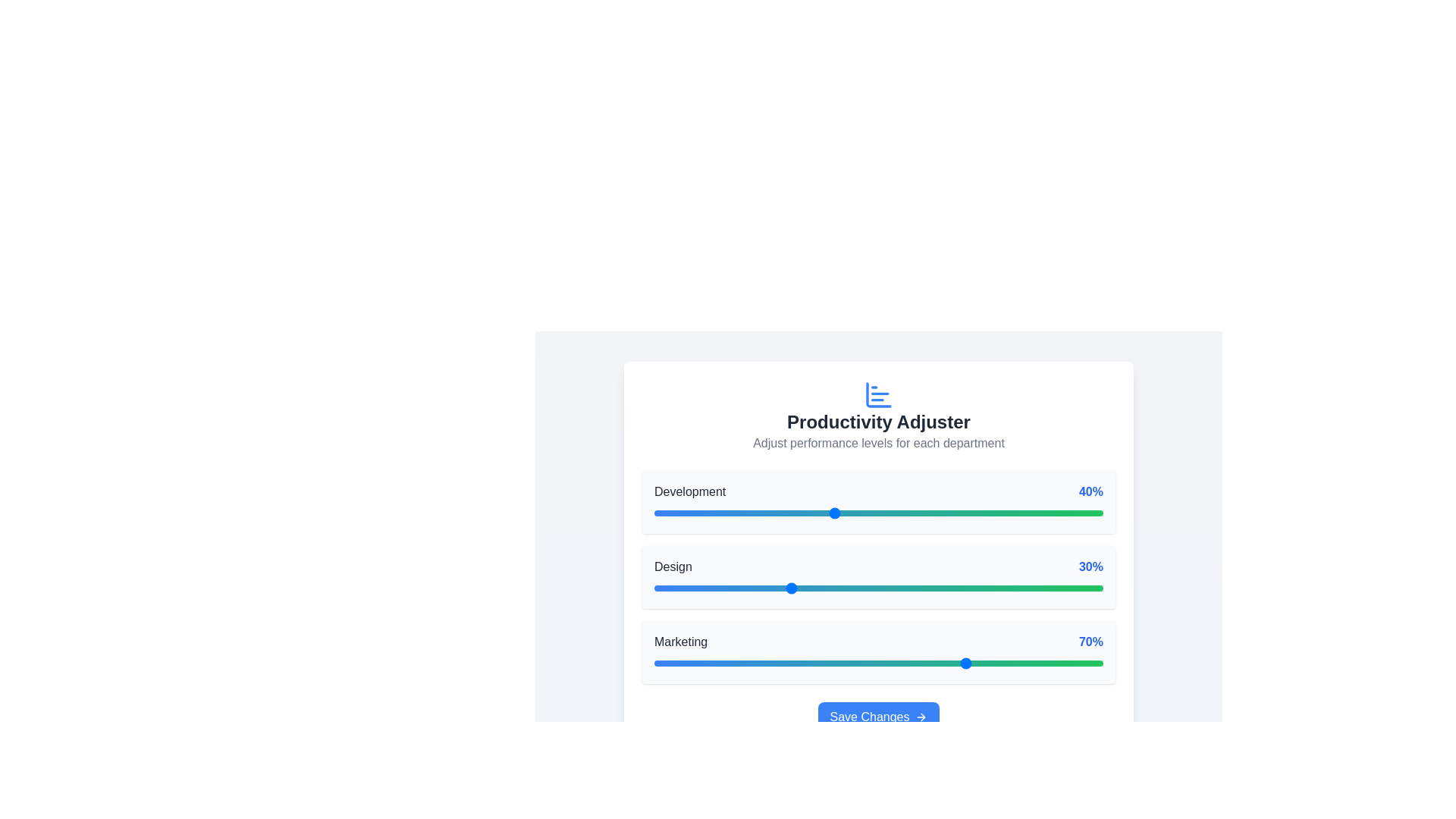  What do you see at coordinates (792, 587) in the screenshot?
I see `the slider` at bounding box center [792, 587].